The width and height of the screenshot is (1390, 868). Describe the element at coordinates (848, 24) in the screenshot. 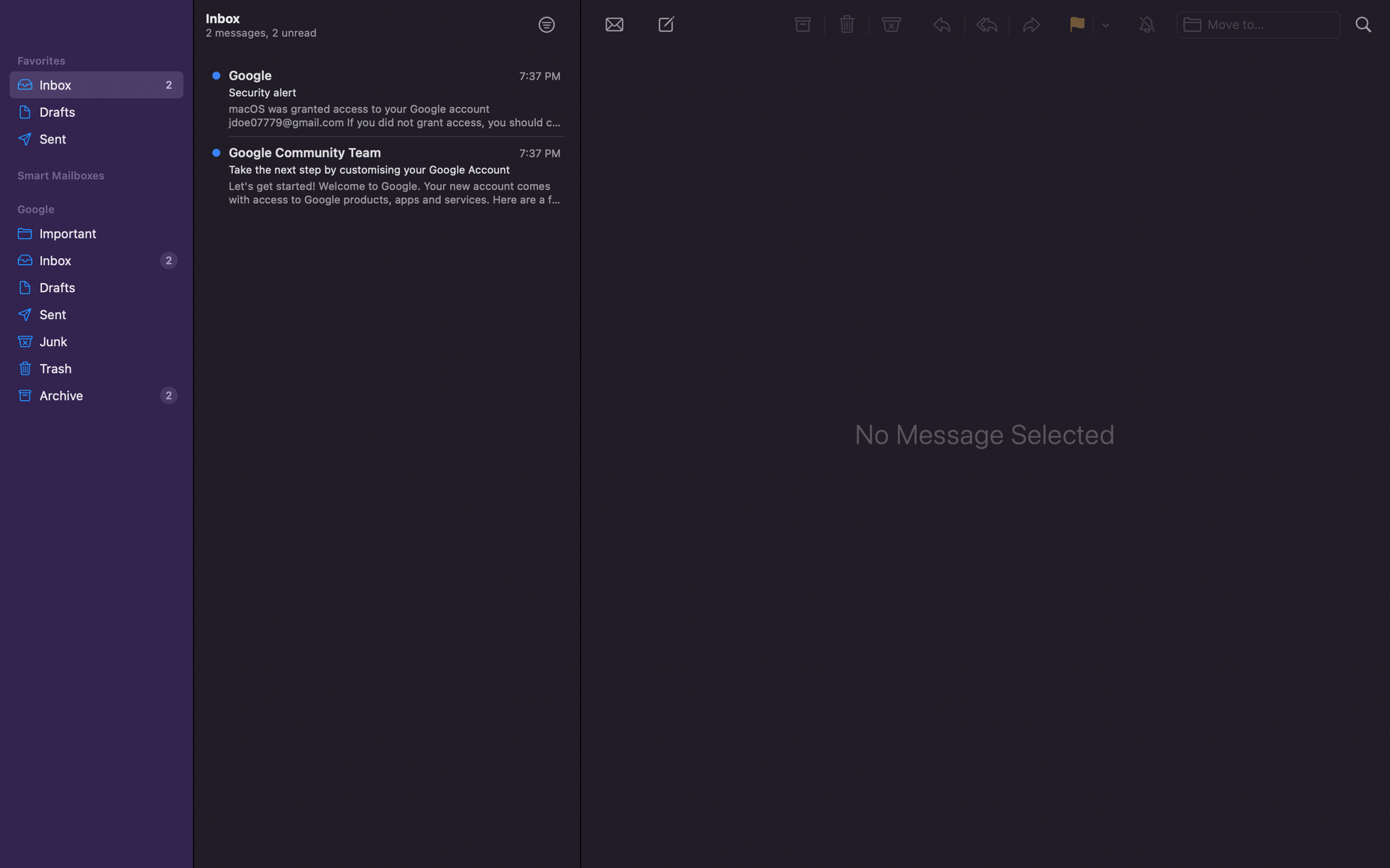

I see `Erase the chosen text message` at that location.